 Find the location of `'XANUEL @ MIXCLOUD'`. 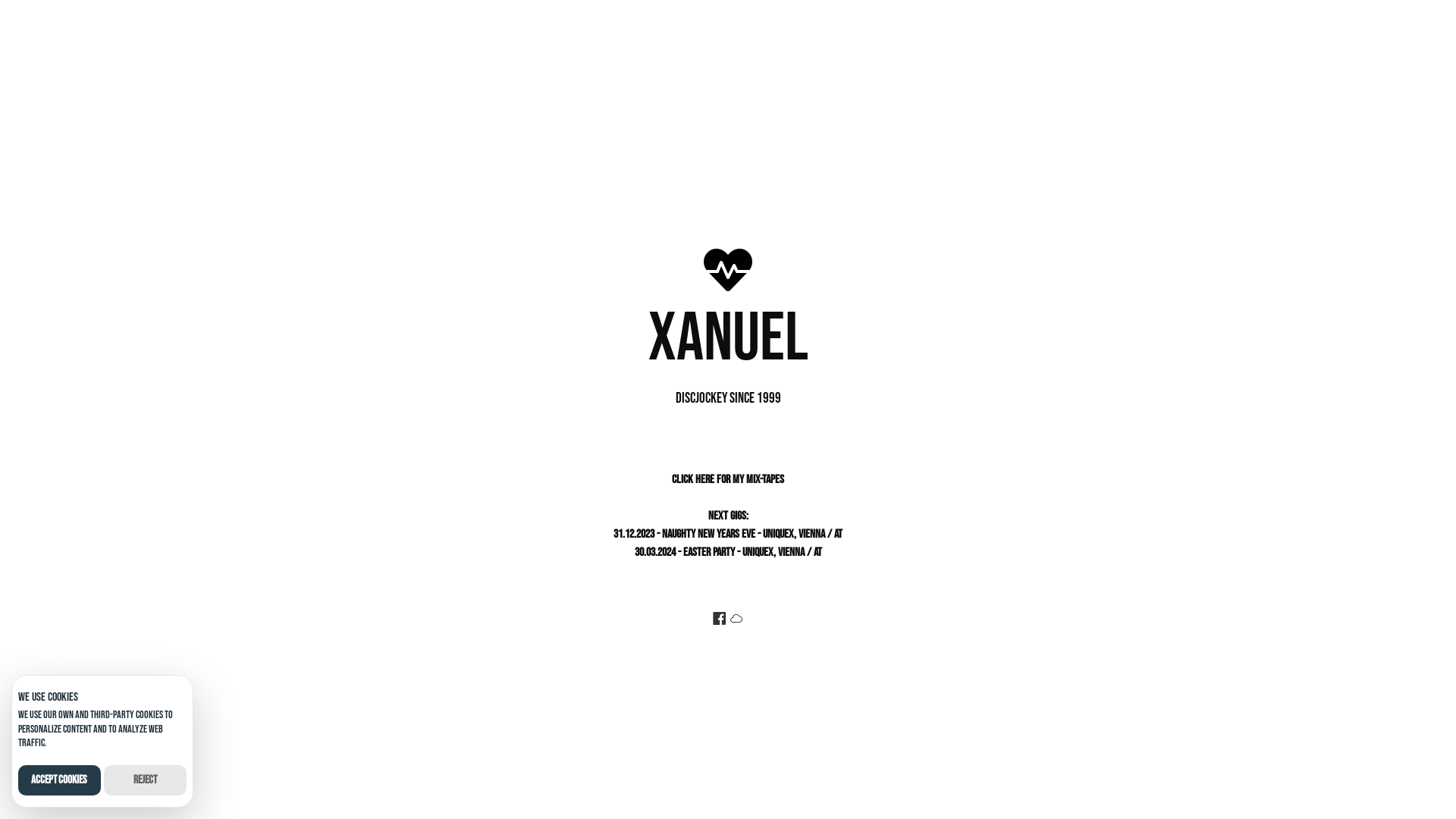

'XANUEL @ MIXCLOUD' is located at coordinates (736, 620).